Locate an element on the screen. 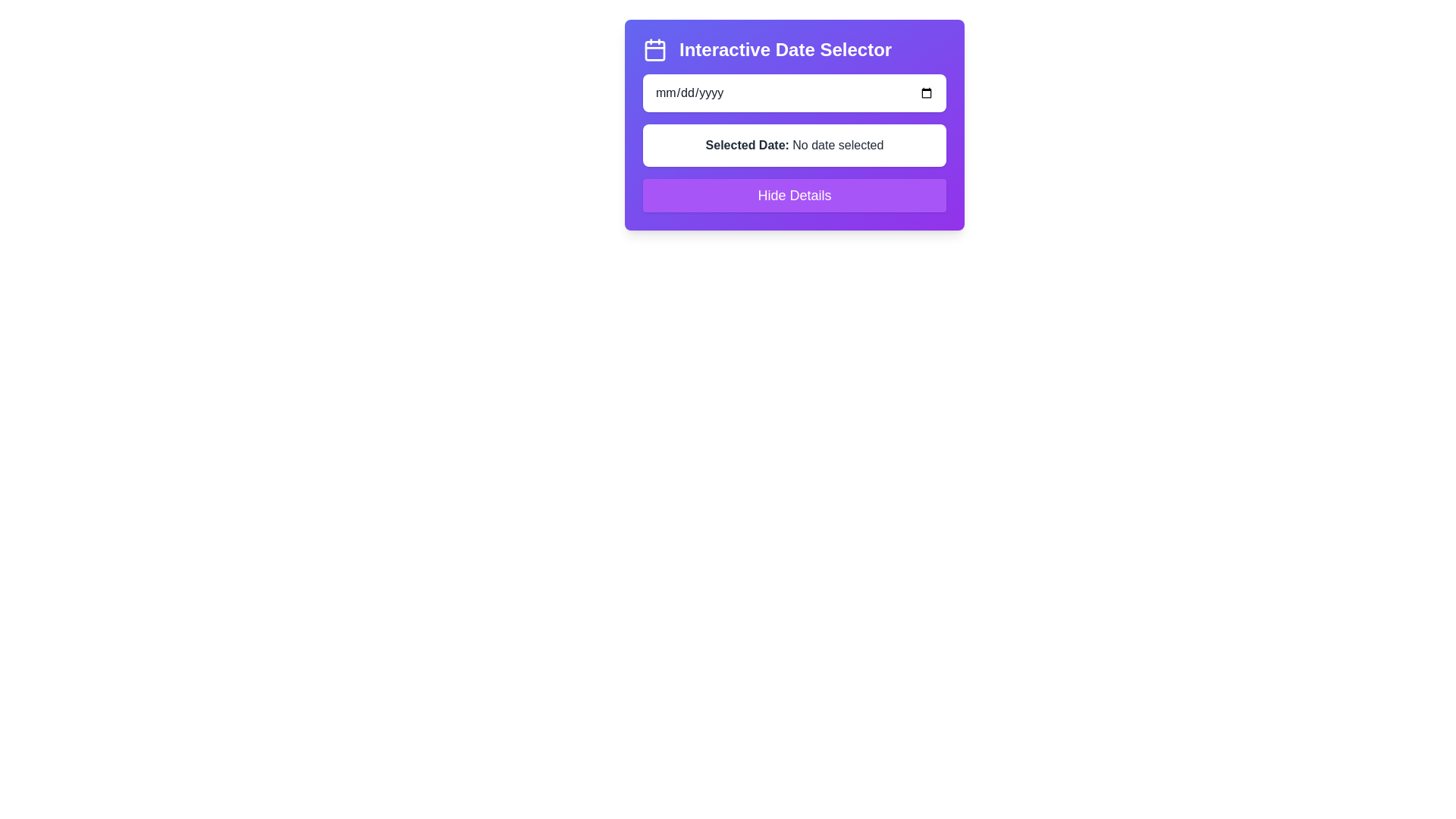 Image resolution: width=1456 pixels, height=819 pixels. the decorative graphic that represents the main body or days section of the calendar icon located in the top-left corner of the Interactive Date Selector interface is located at coordinates (655, 49).